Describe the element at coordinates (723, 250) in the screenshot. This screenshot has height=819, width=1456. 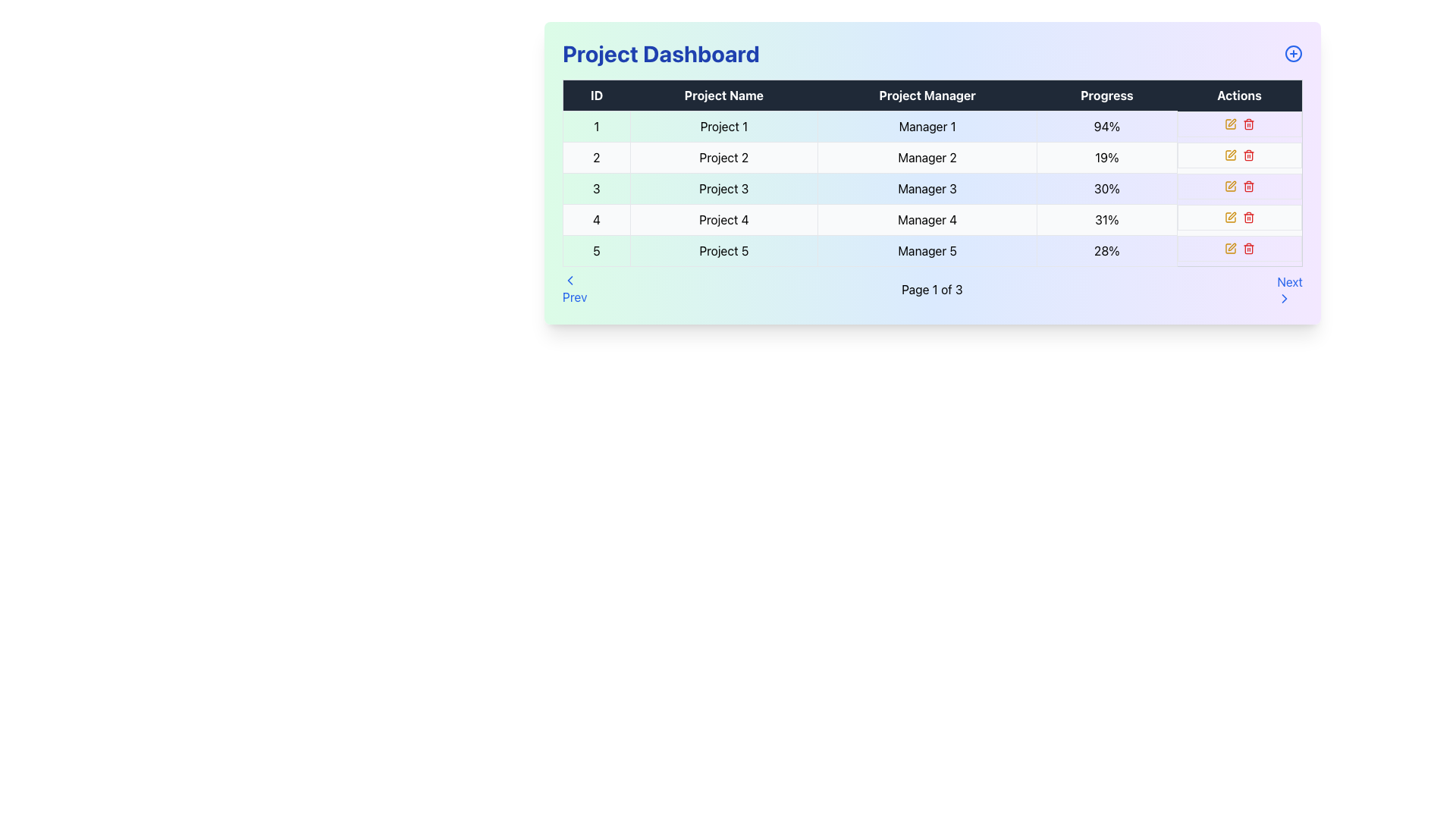
I see `the static text element displaying 'Project 5' located in the fifth row under the 'Project Name' column of the 'Project Dashboard' table` at that location.